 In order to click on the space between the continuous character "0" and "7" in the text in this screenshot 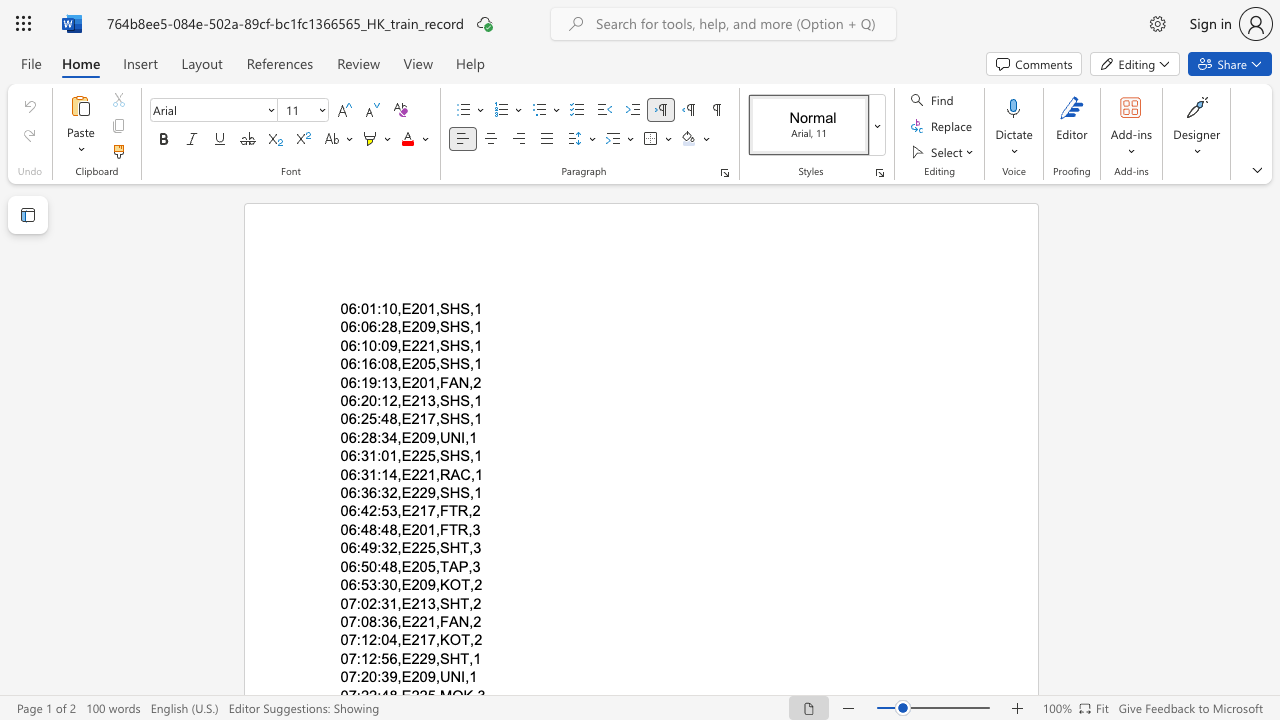, I will do `click(348, 620)`.